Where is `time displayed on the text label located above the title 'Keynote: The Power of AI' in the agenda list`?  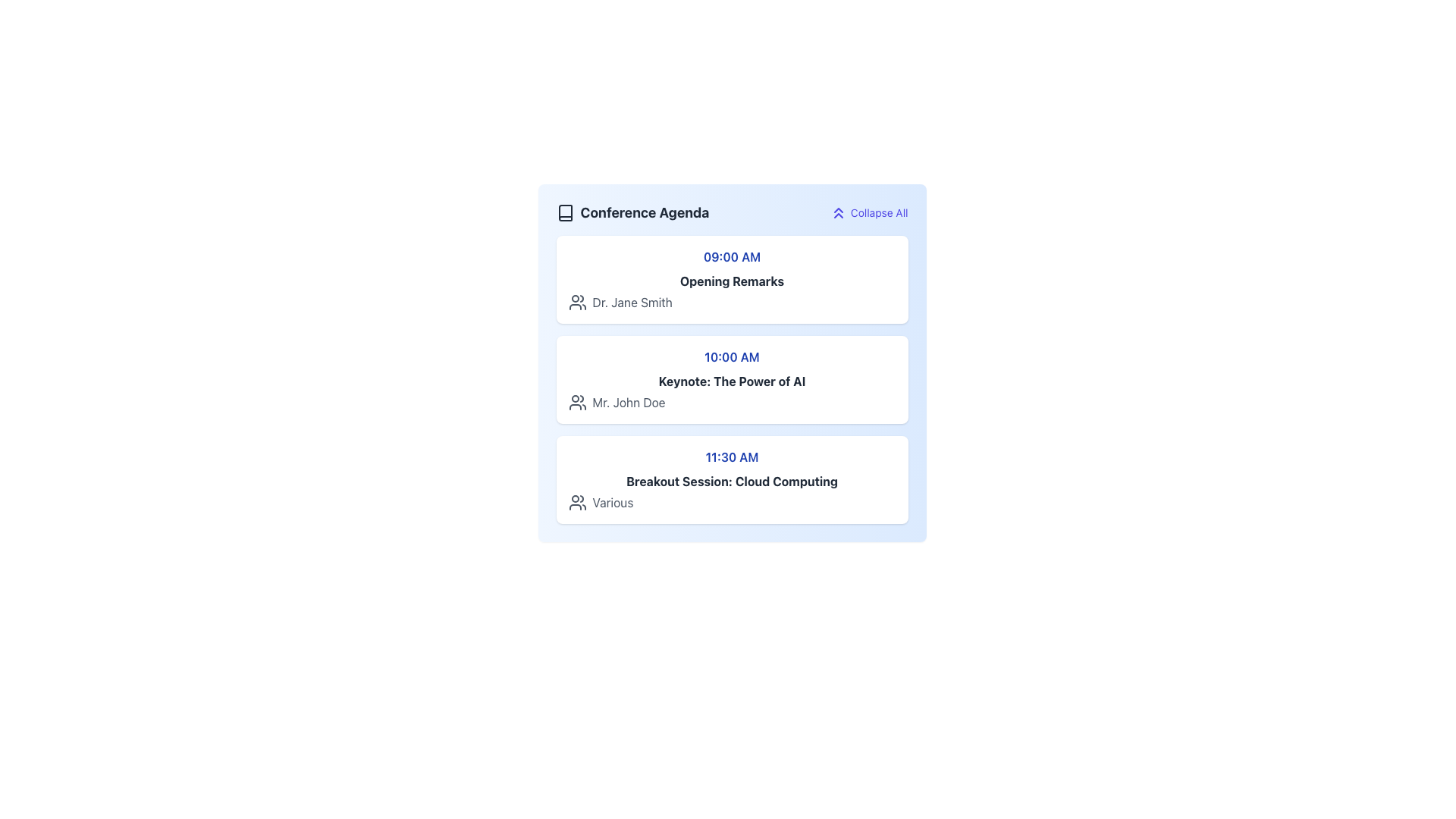
time displayed on the text label located above the title 'Keynote: The Power of AI' in the agenda list is located at coordinates (732, 356).